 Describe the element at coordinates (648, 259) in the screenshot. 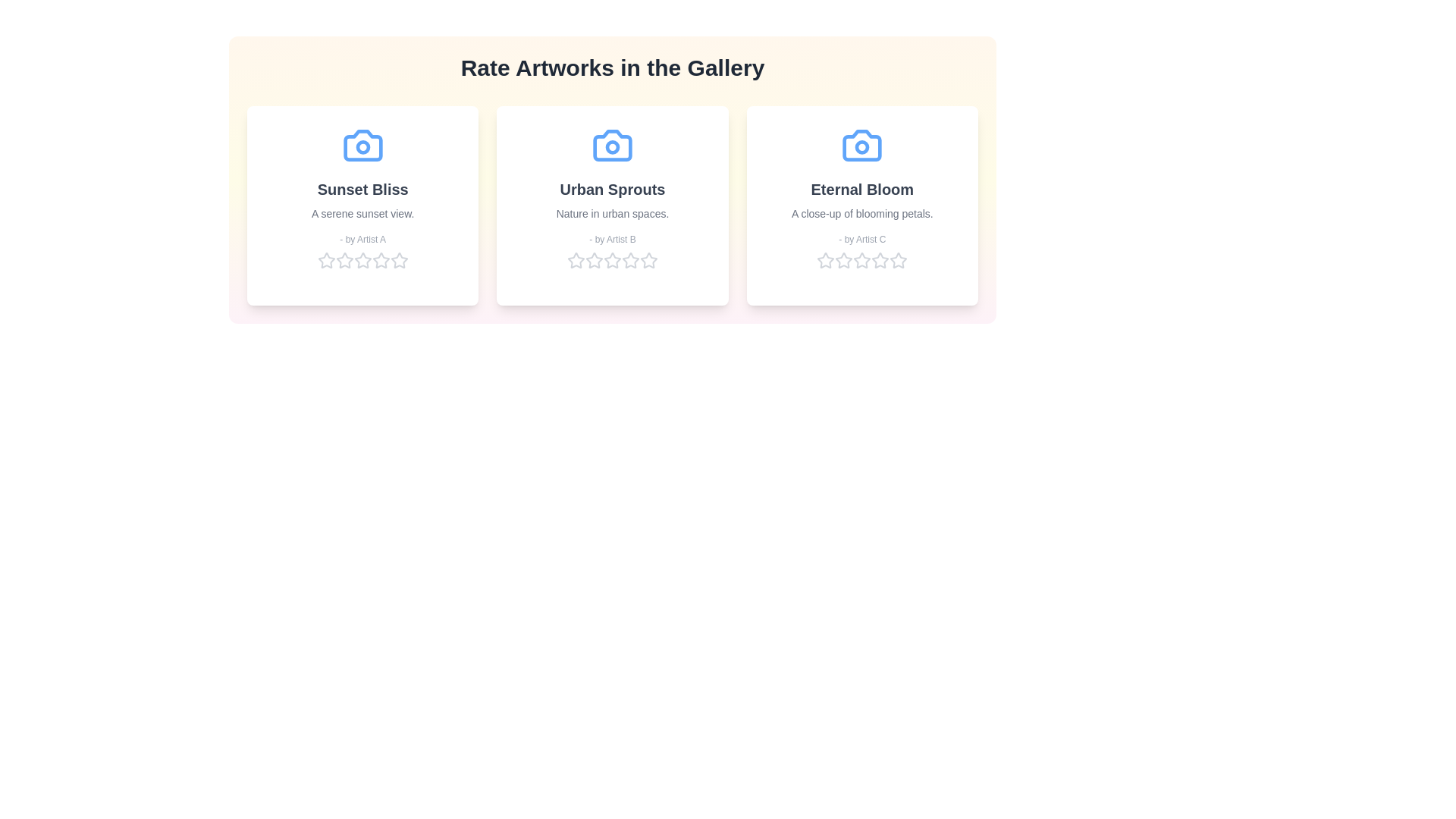

I see `the star corresponding to 5 for the artwork 'Urban Sprouts' to set its rating` at that location.